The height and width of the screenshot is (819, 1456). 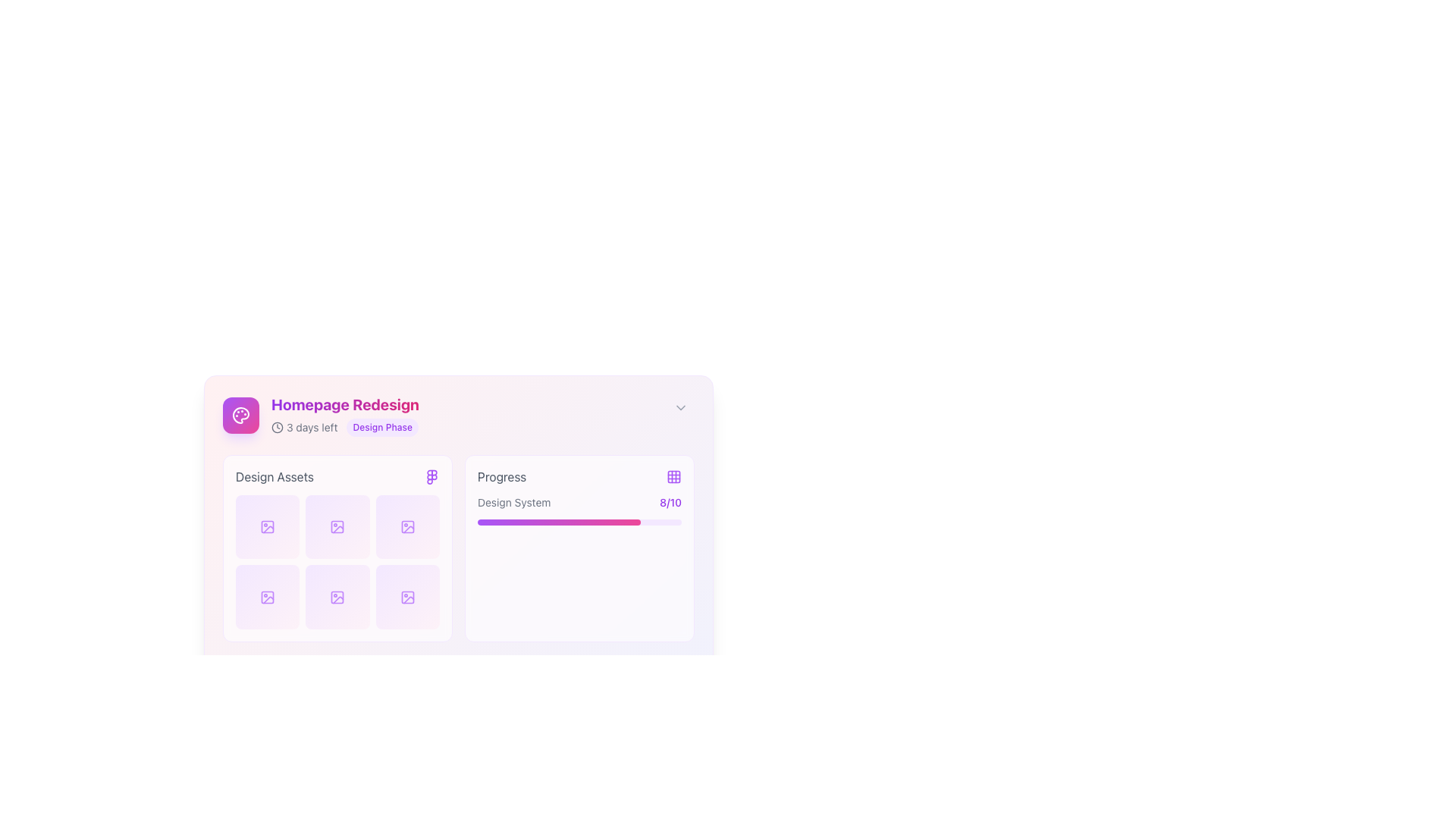 What do you see at coordinates (277, 427) in the screenshot?
I see `the circular element of the clock icon located in the top-right region of the 'Homepage Redesign' card` at bounding box center [277, 427].